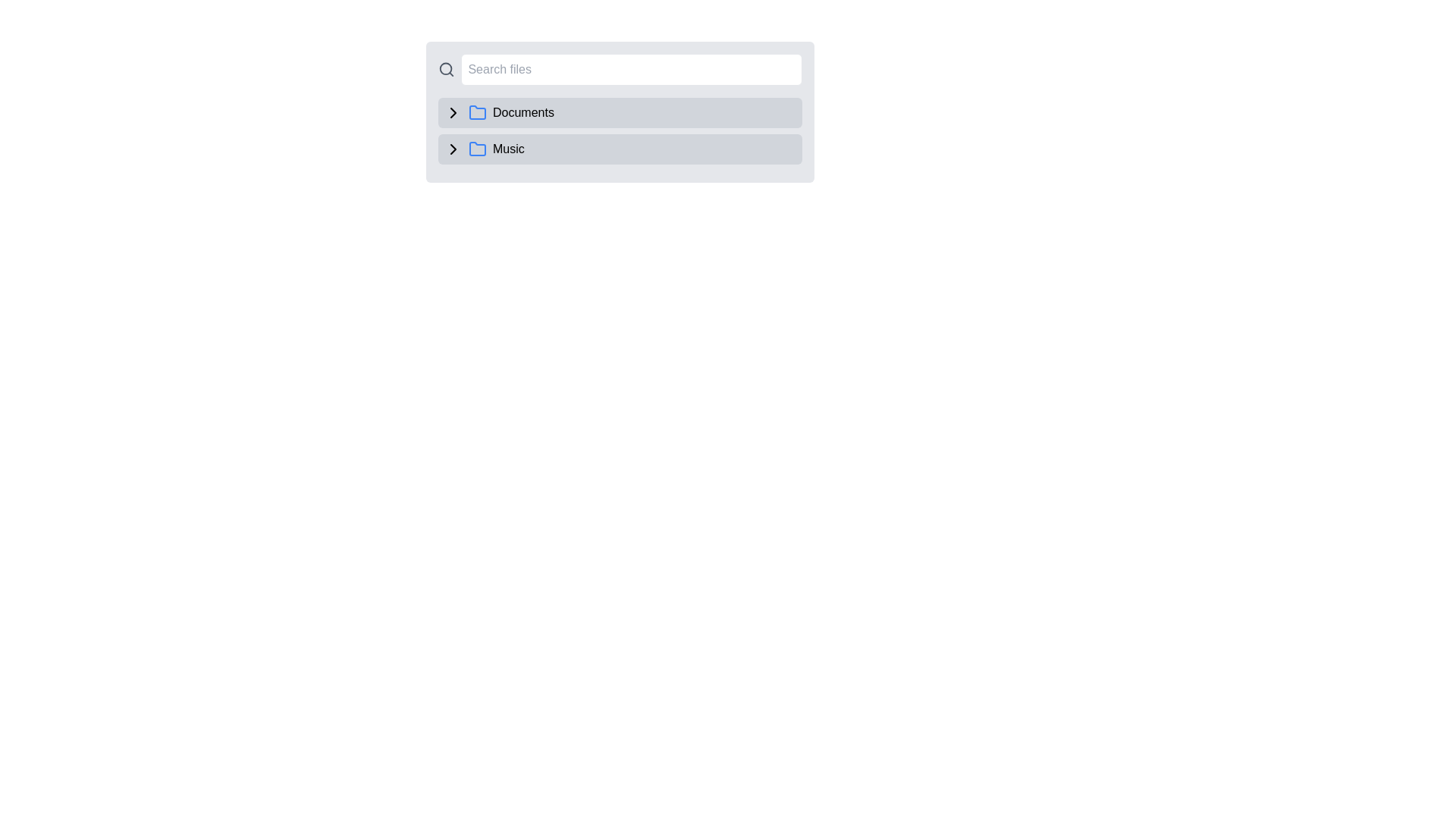  What do you see at coordinates (476, 149) in the screenshot?
I see `the 'Music' folder icon, which is the second folder` at bounding box center [476, 149].